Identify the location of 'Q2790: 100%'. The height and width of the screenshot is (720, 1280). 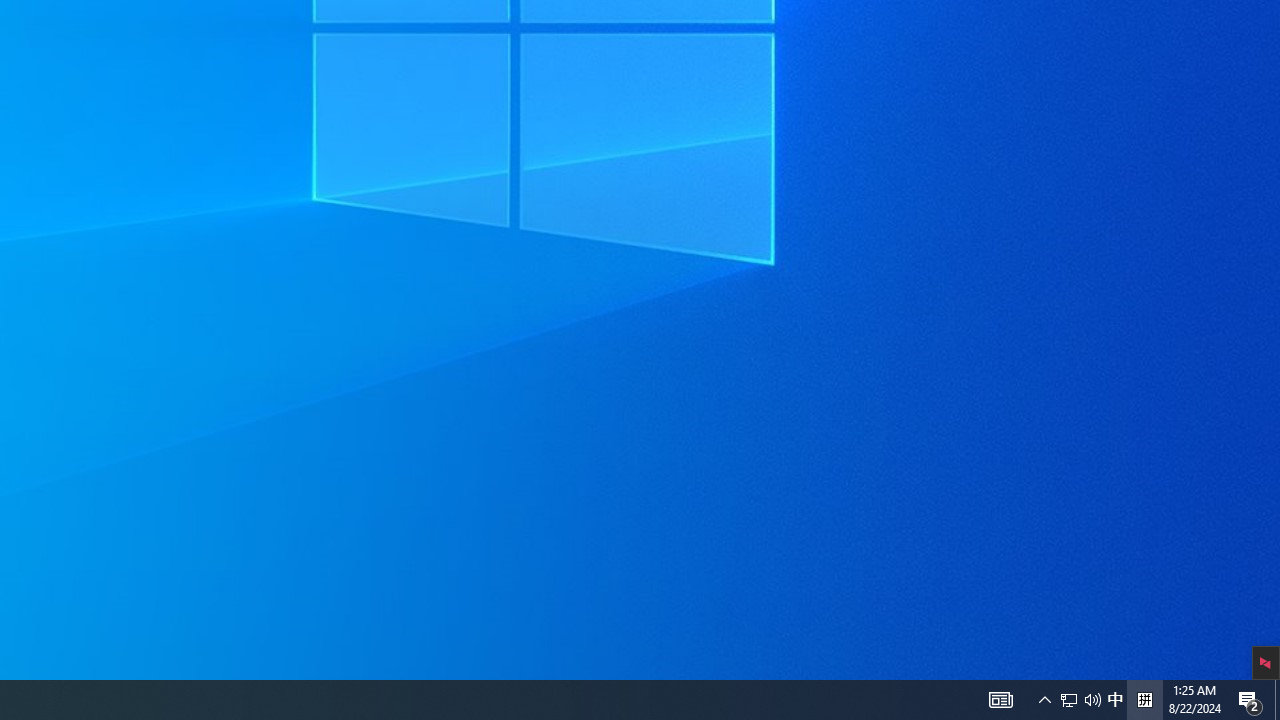
(1092, 698).